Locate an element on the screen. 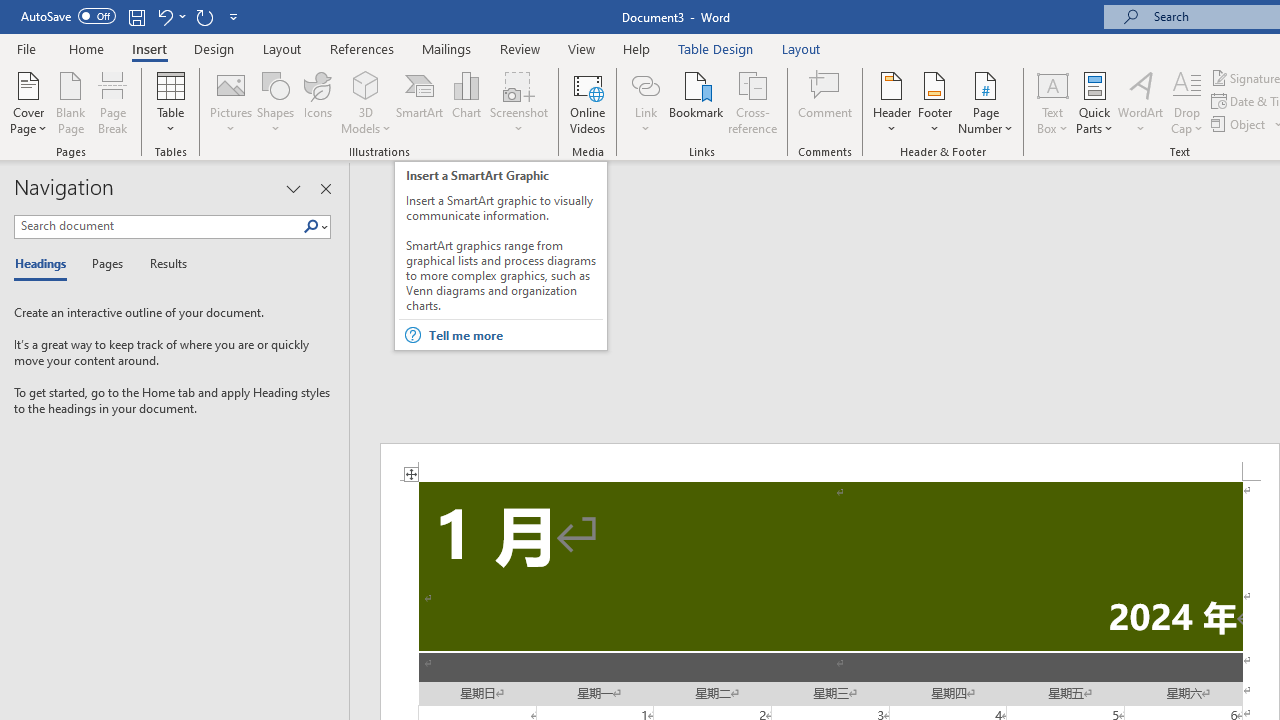 This screenshot has width=1280, height=720. 'Object...' is located at coordinates (1239, 124).